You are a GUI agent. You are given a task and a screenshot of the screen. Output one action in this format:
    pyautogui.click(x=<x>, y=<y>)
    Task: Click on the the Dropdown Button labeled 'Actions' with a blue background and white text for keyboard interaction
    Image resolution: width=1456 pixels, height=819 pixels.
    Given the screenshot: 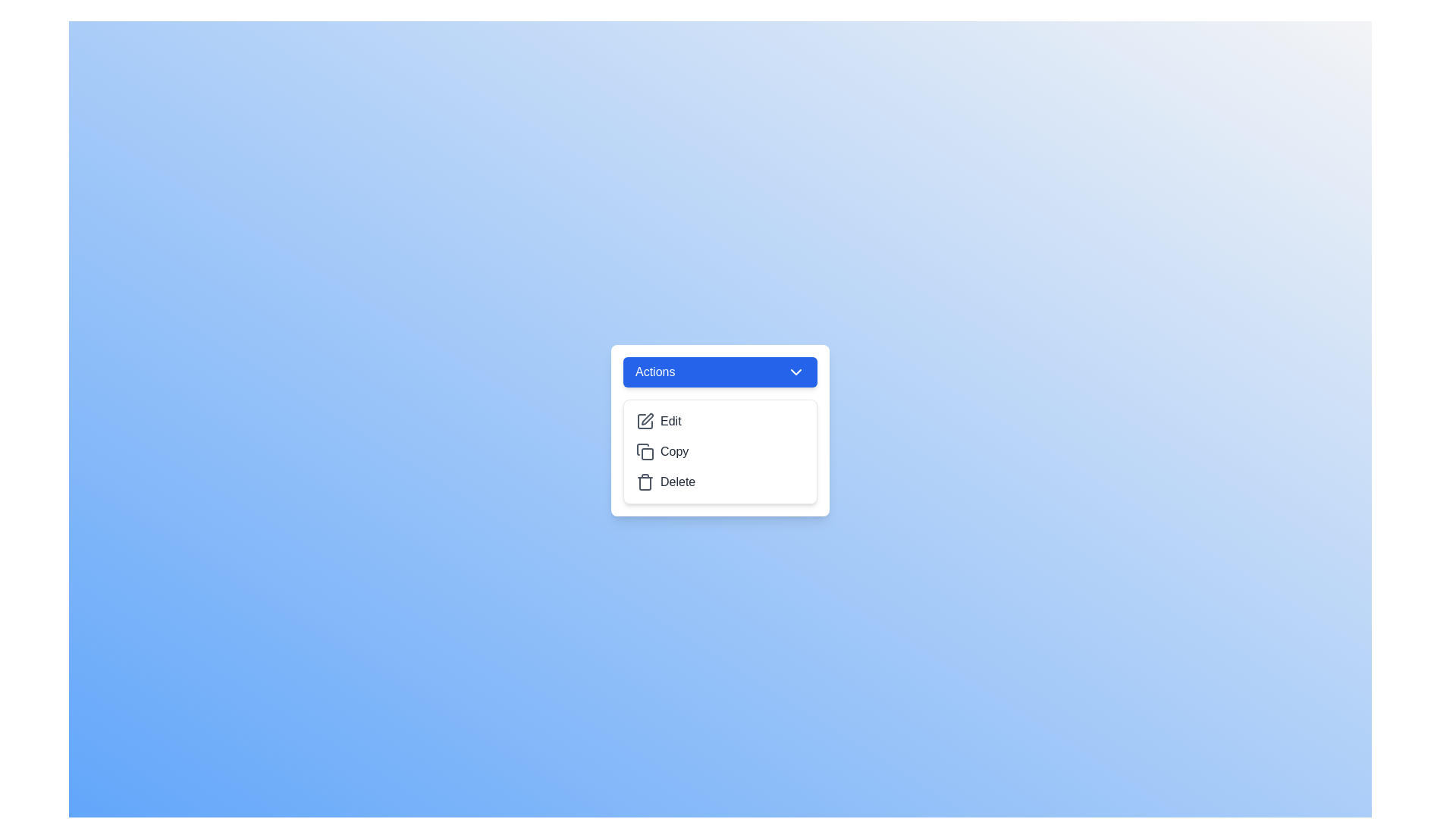 What is the action you would take?
    pyautogui.click(x=720, y=372)
    